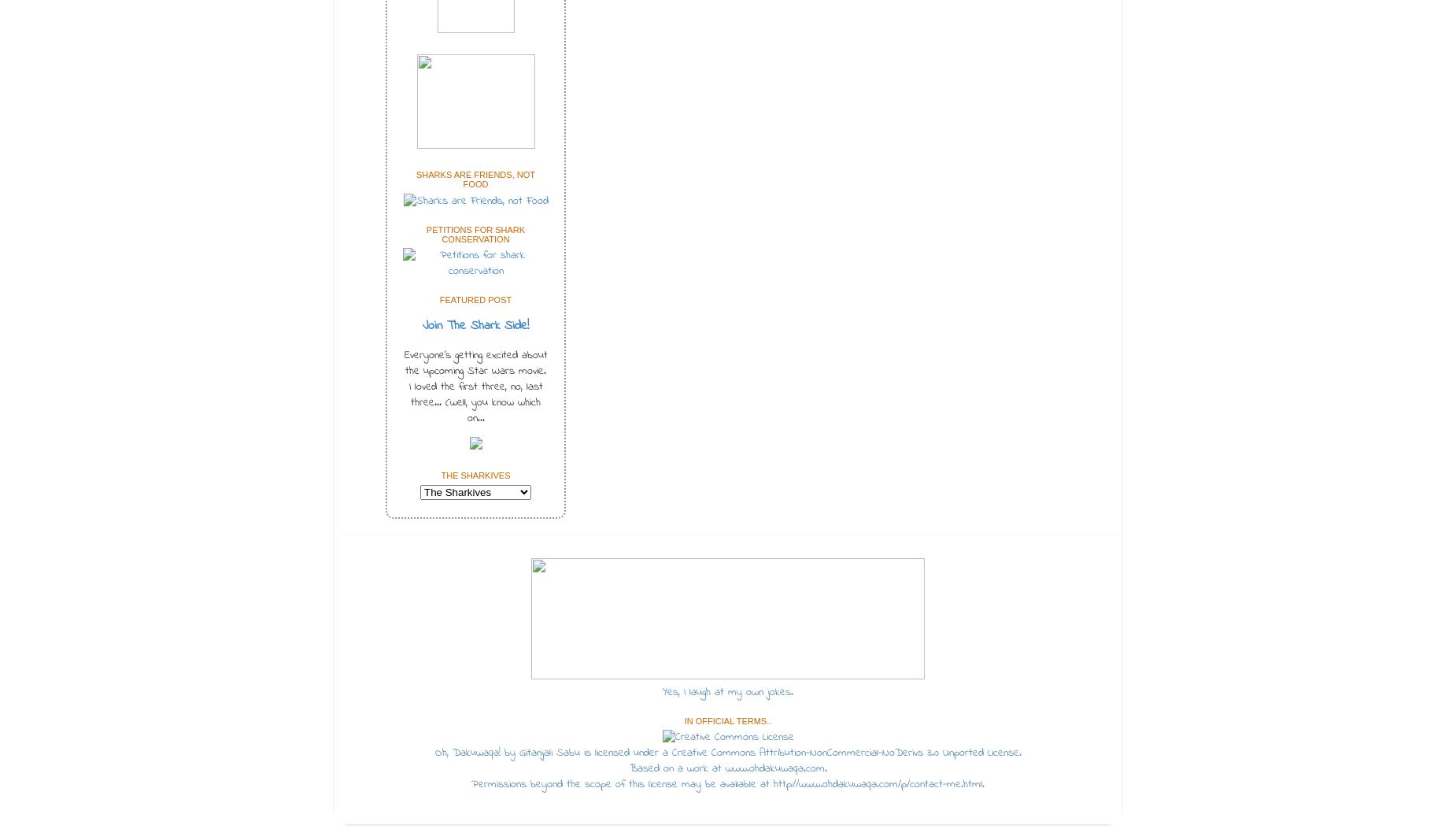 This screenshot has height=840, width=1456. I want to click on 'Sharks are Friends, not Food', so click(416, 179).